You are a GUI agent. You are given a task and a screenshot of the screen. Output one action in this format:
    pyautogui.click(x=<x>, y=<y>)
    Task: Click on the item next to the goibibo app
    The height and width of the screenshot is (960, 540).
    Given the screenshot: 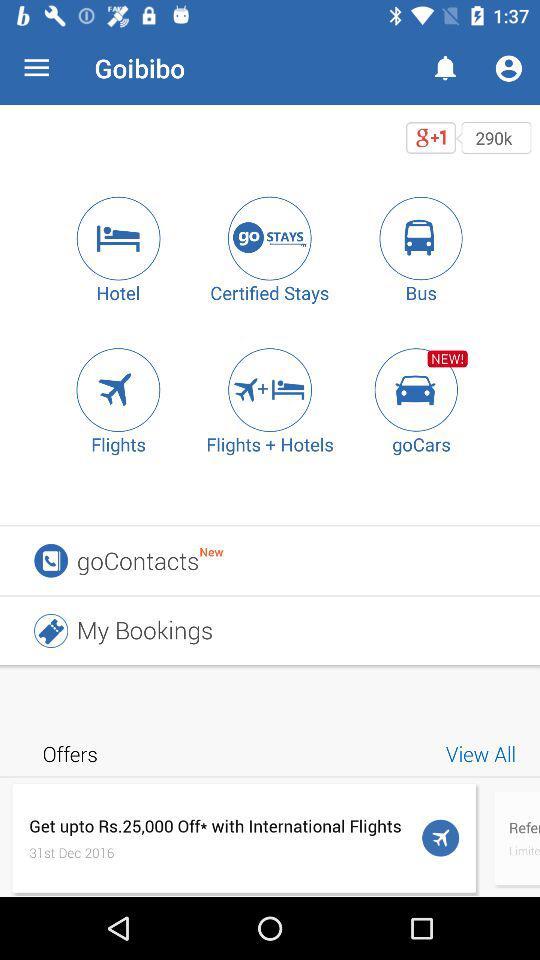 What is the action you would take?
    pyautogui.click(x=36, y=68)
    